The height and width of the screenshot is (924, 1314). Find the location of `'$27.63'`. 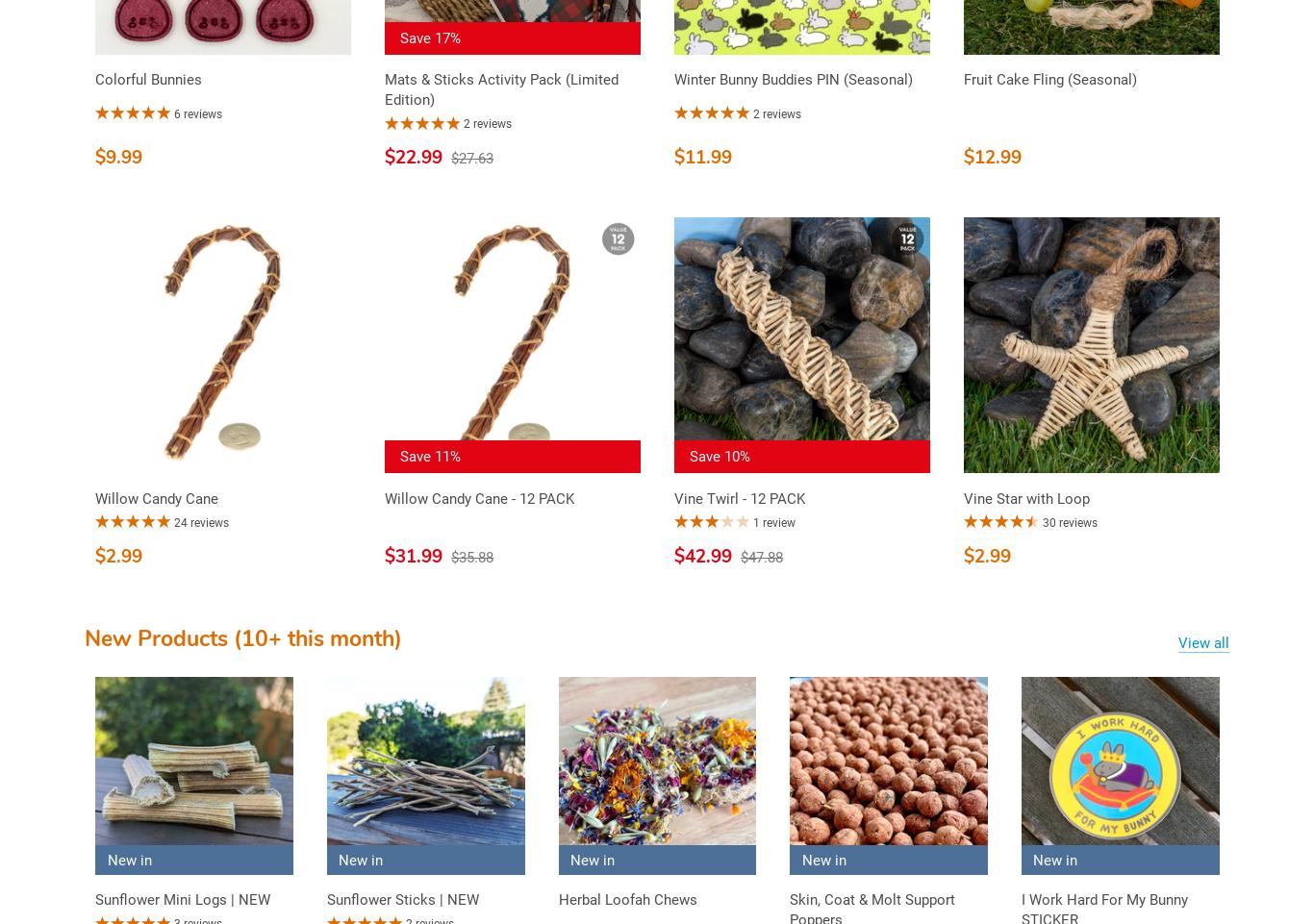

'$27.63' is located at coordinates (471, 159).